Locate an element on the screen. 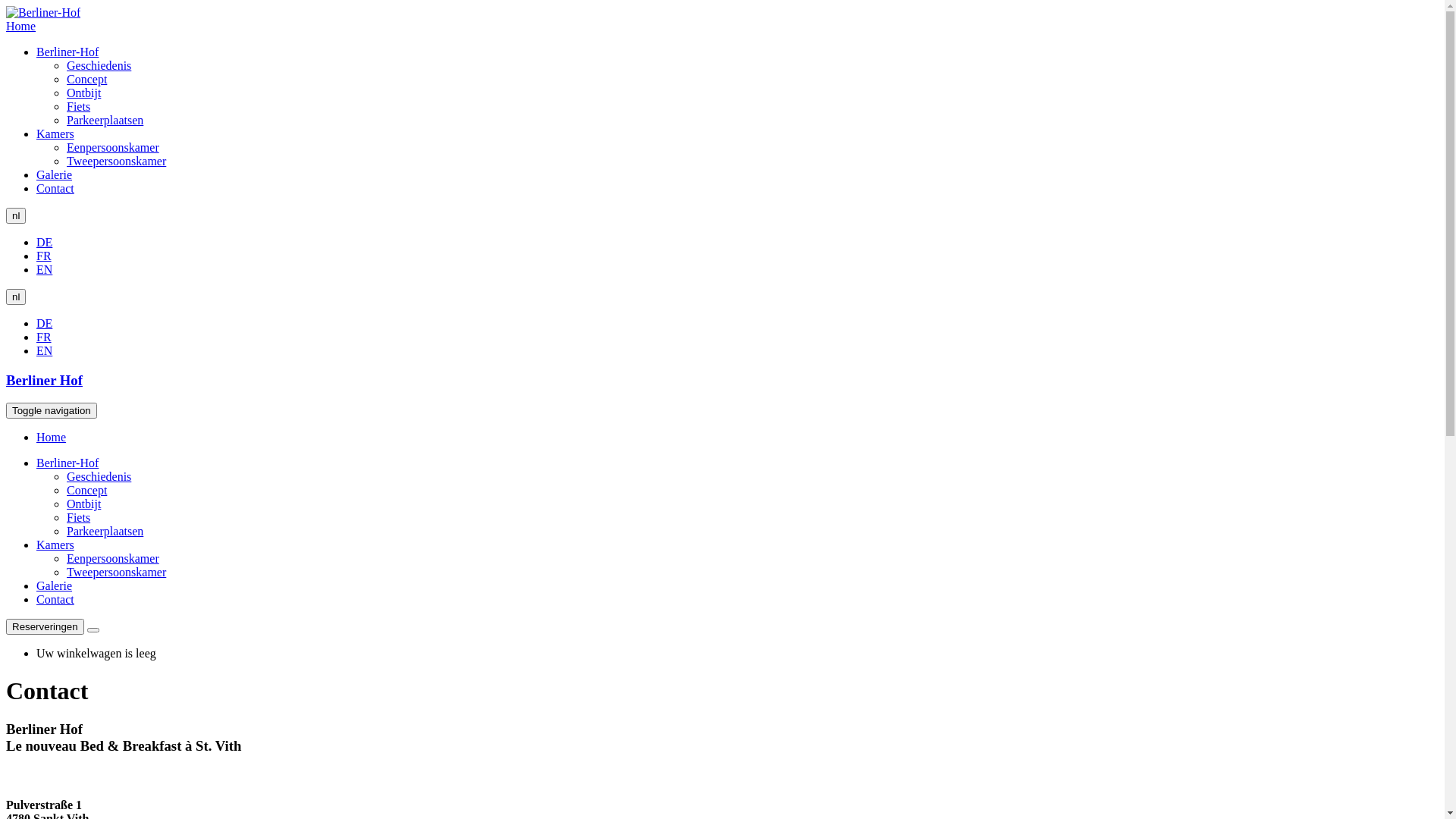 This screenshot has width=1456, height=819. 'Geschiedenis' is located at coordinates (65, 64).